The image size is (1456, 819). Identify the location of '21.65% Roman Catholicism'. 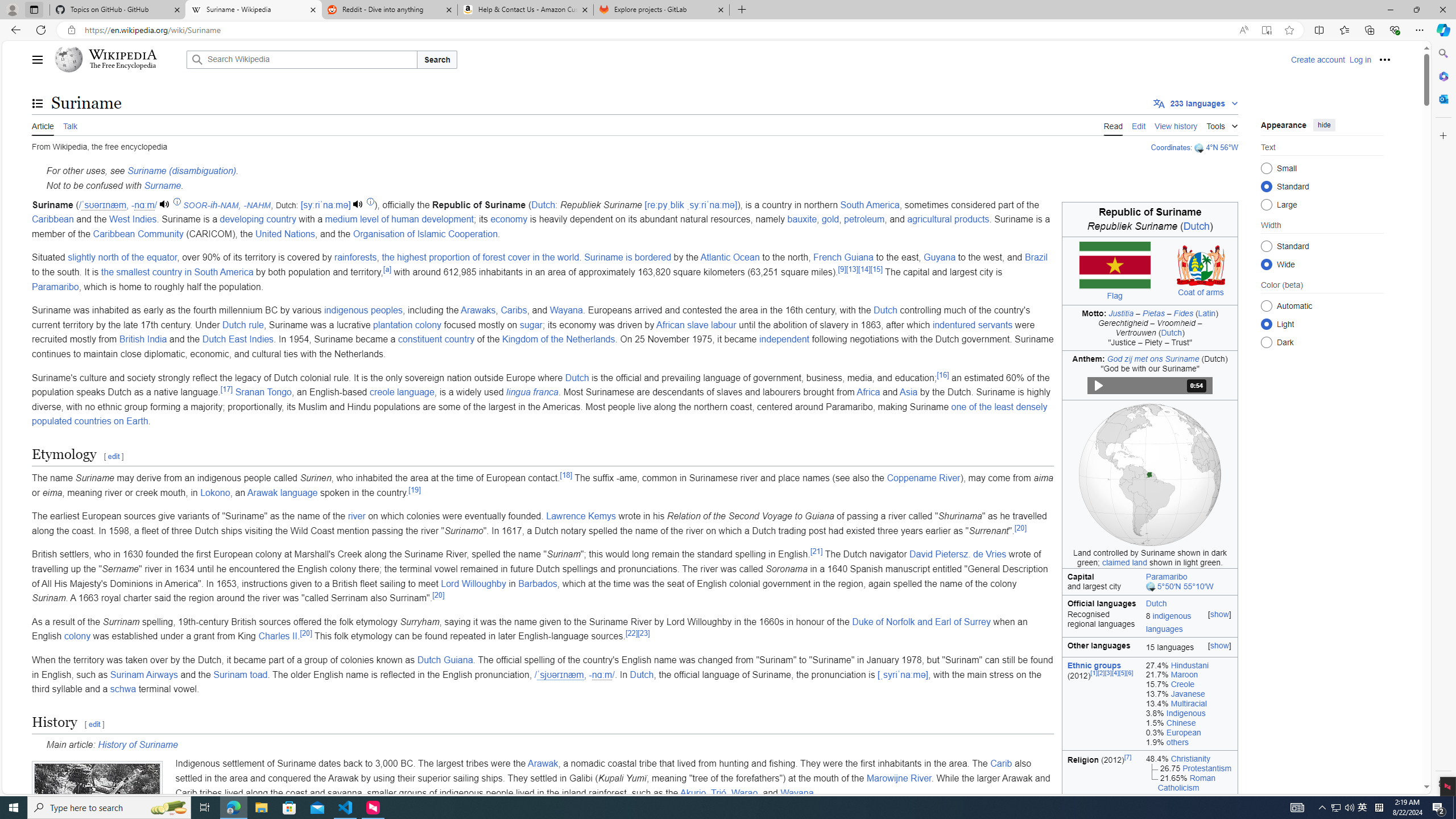
(1189, 782).